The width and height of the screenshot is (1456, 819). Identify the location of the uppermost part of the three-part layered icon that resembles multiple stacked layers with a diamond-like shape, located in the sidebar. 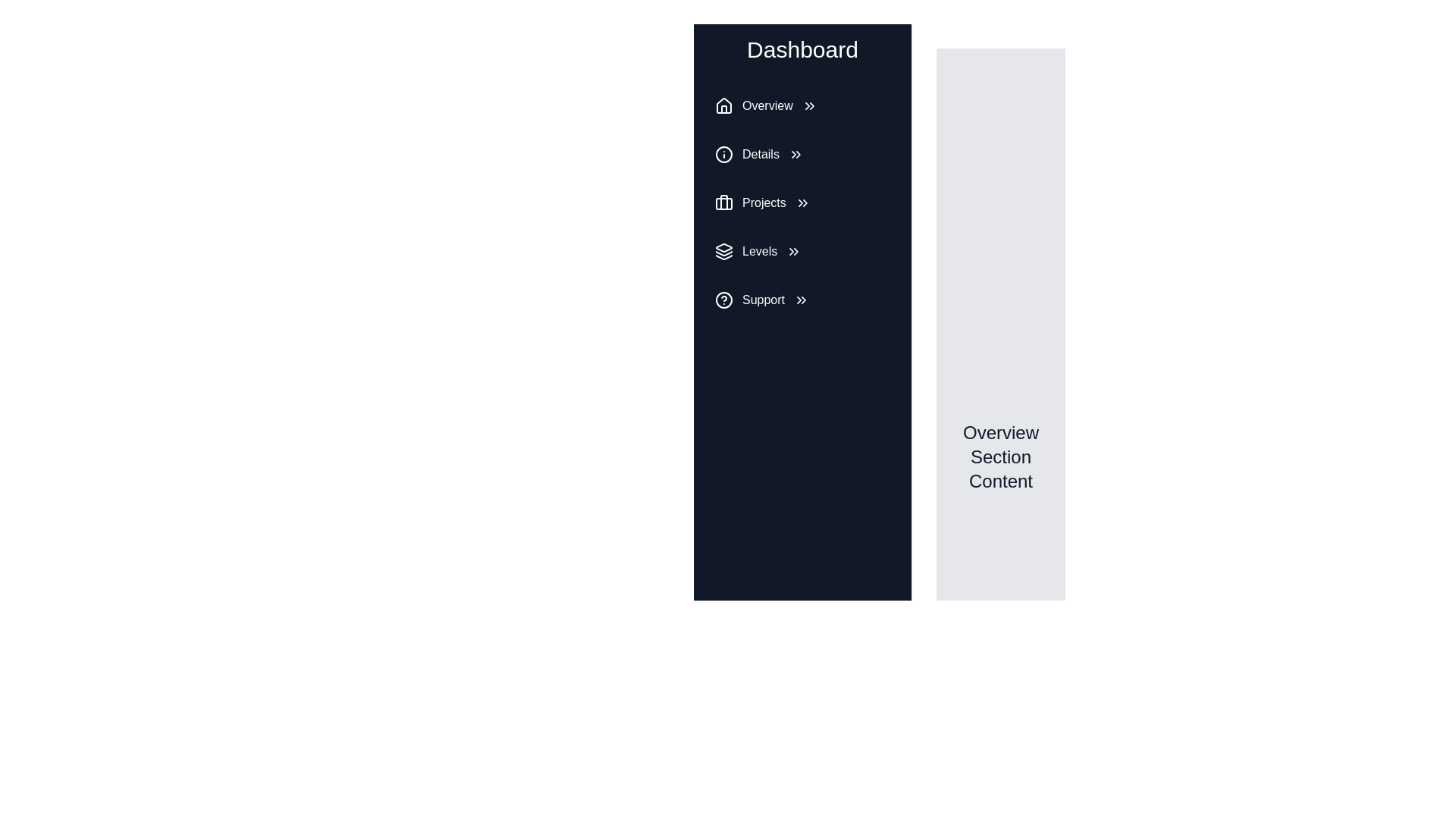
(723, 247).